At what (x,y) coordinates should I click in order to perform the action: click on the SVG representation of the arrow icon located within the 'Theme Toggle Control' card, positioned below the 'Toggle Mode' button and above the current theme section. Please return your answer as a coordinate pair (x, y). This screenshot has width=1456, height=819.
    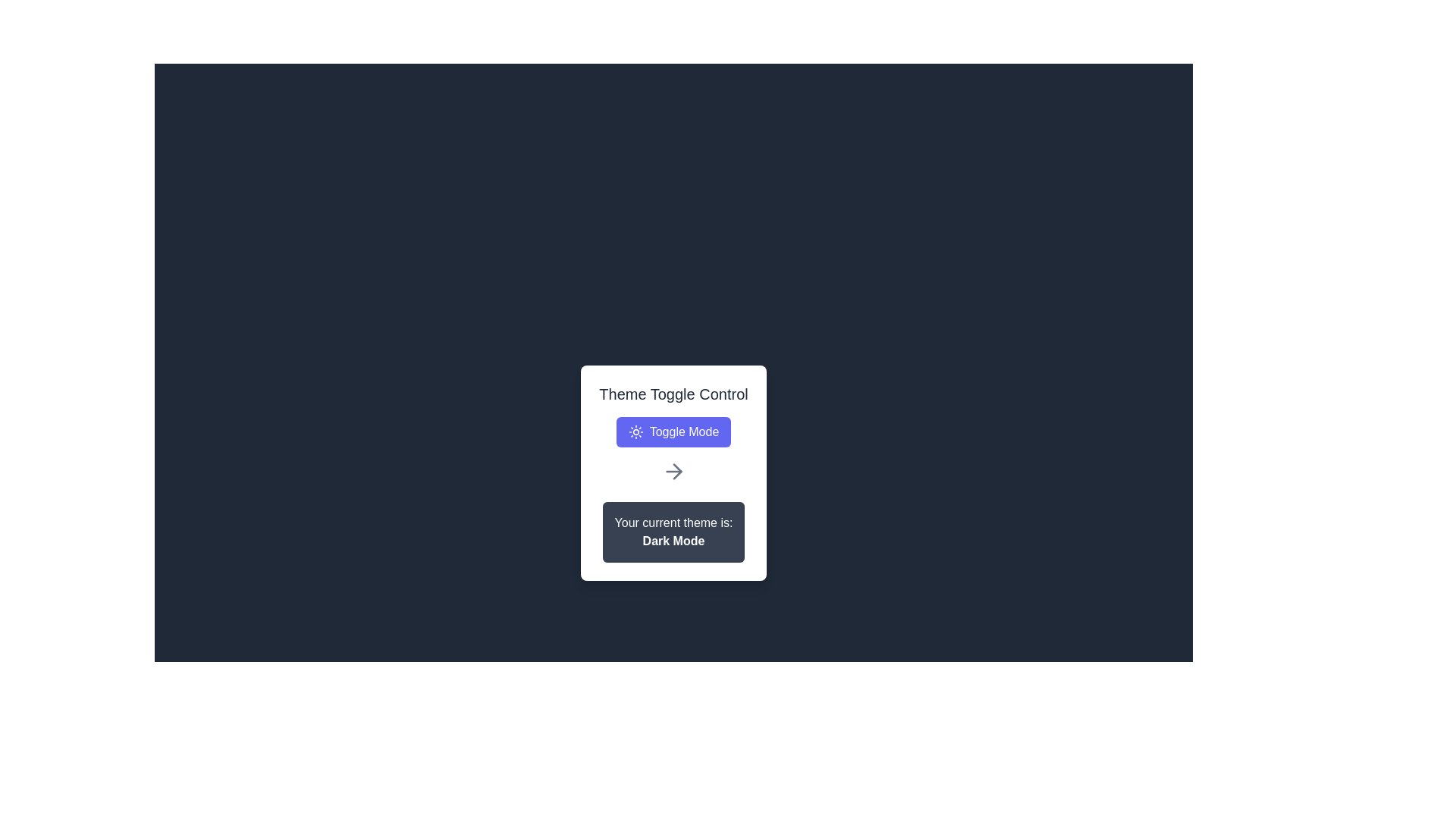
    Looking at the image, I should click on (673, 470).